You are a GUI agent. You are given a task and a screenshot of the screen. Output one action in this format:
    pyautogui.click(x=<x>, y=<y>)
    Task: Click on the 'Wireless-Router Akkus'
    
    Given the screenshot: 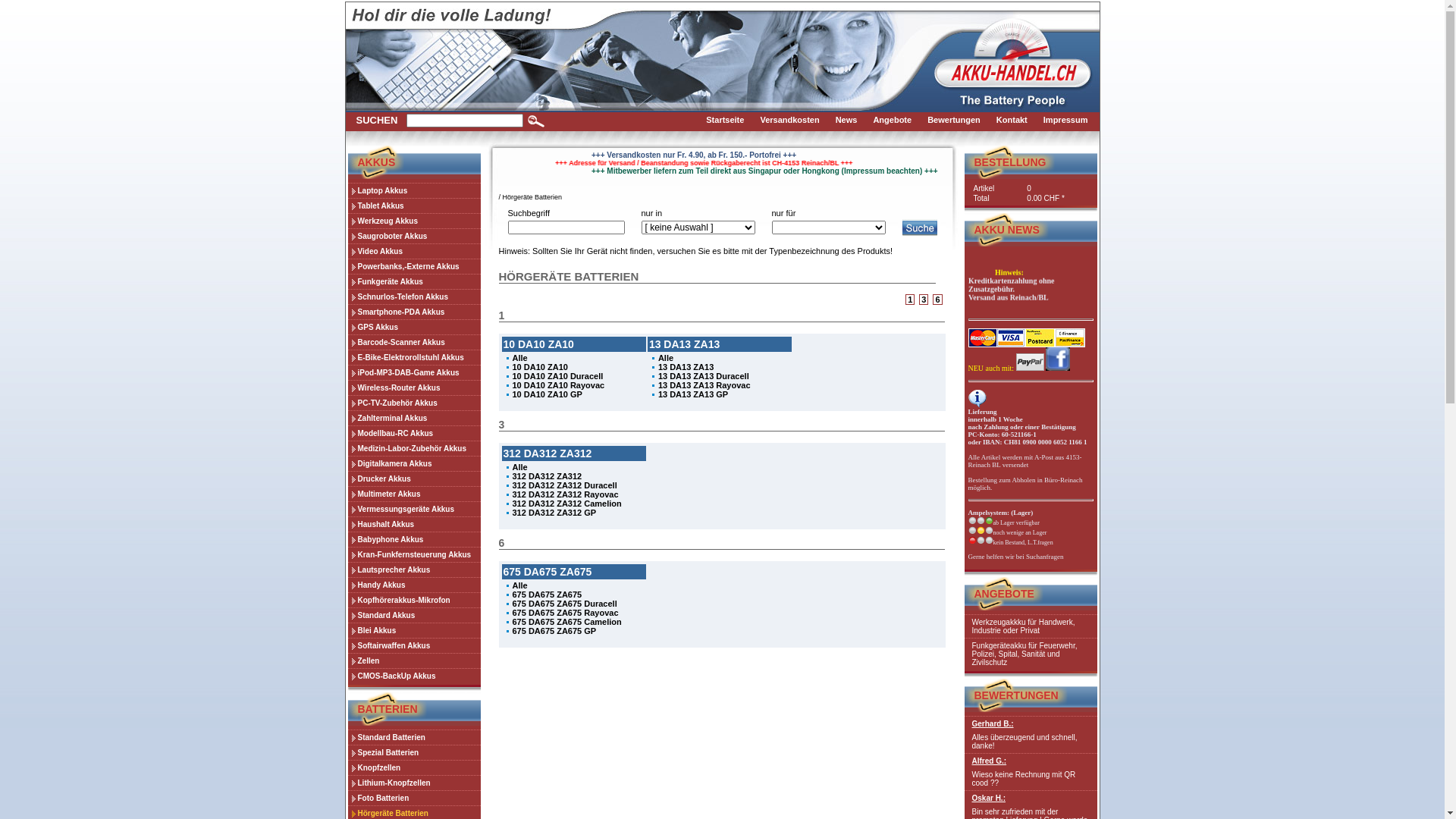 What is the action you would take?
    pyautogui.click(x=346, y=386)
    